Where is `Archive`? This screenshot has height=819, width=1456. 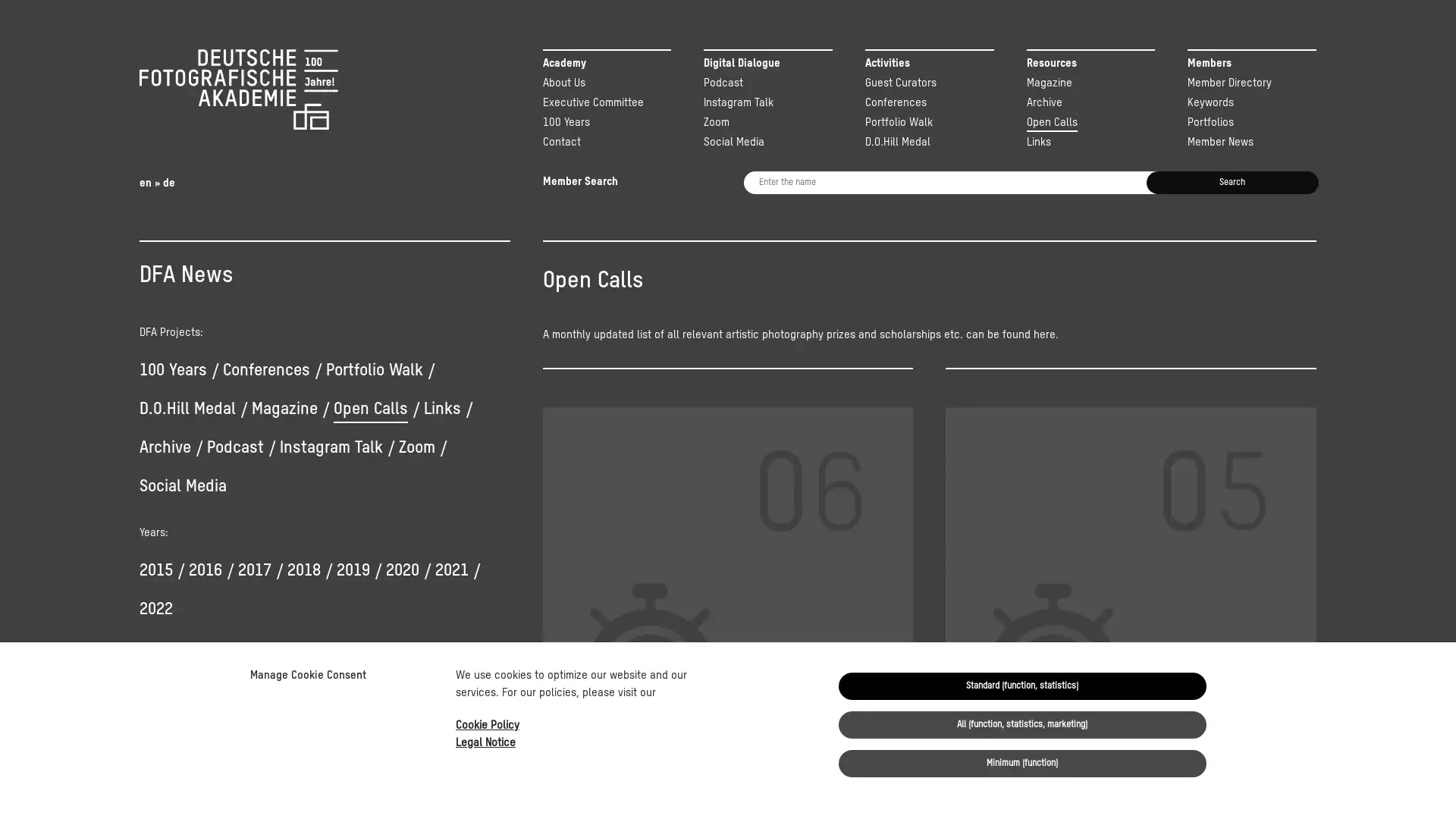
Archive is located at coordinates (165, 447).